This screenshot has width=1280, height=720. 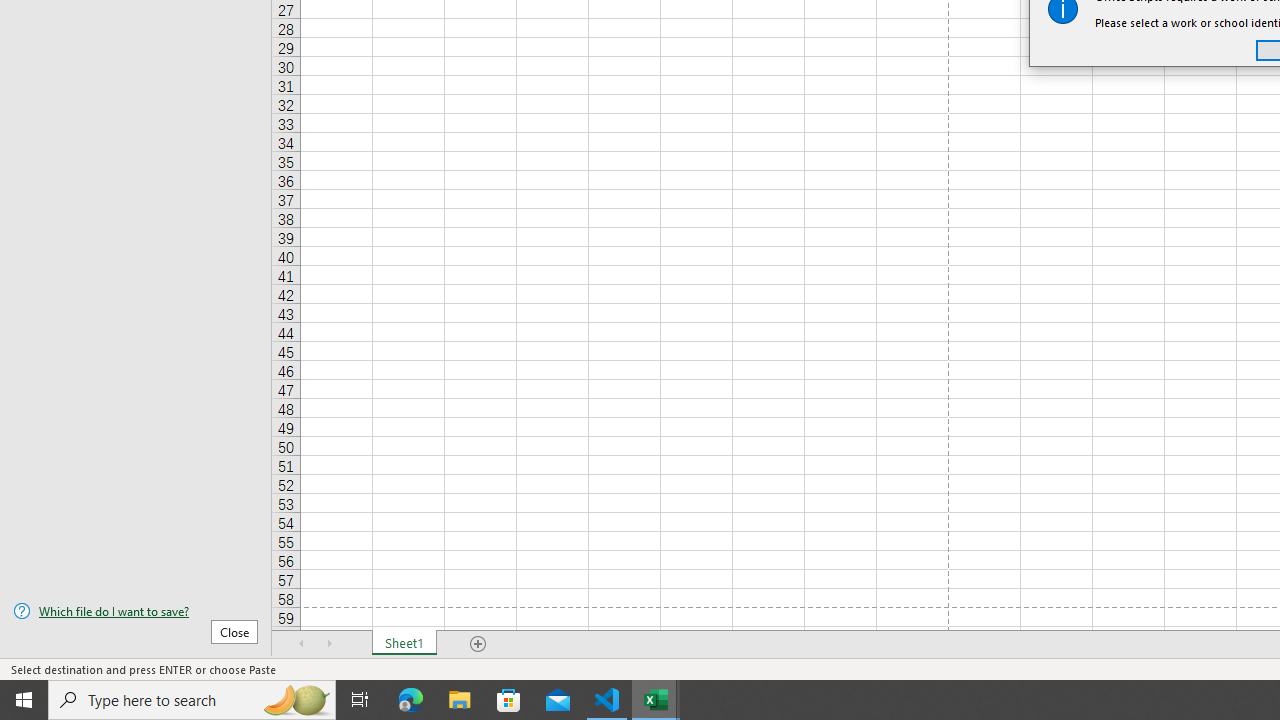 I want to click on 'Search highlights icon opens search home window', so click(x=294, y=698).